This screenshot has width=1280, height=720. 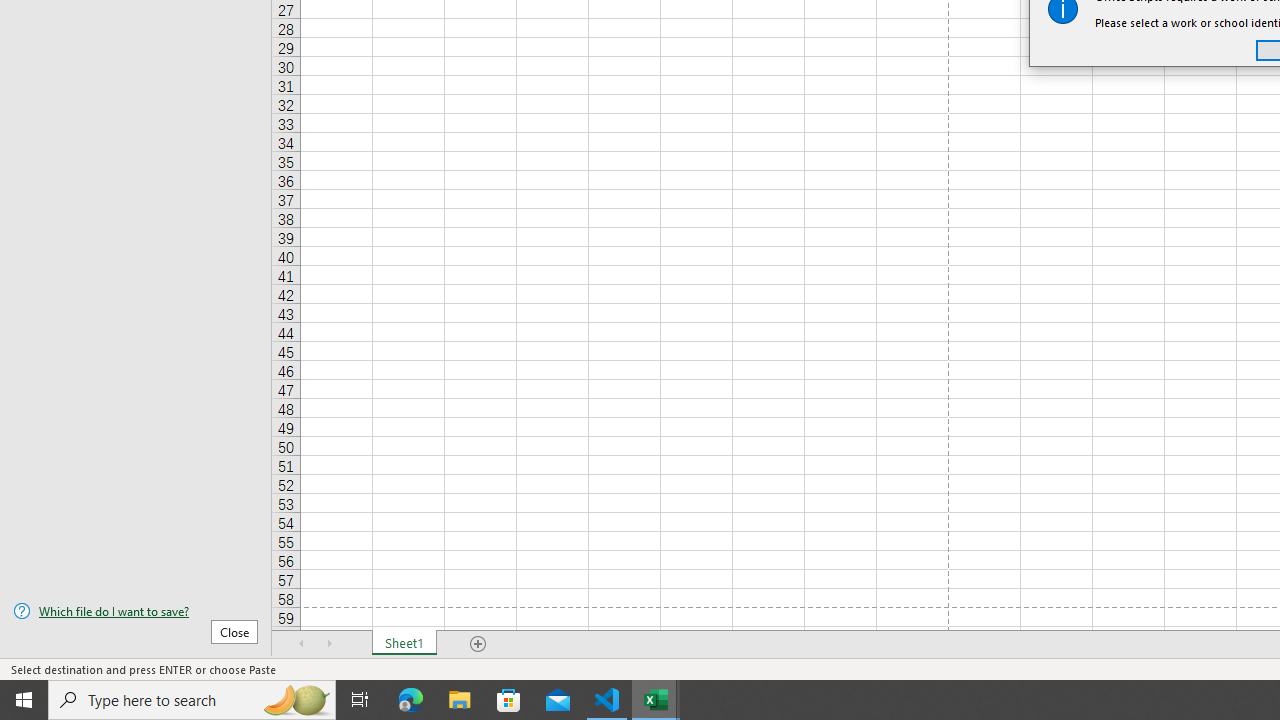 I want to click on 'Search highlights icon opens search home window', so click(x=294, y=698).